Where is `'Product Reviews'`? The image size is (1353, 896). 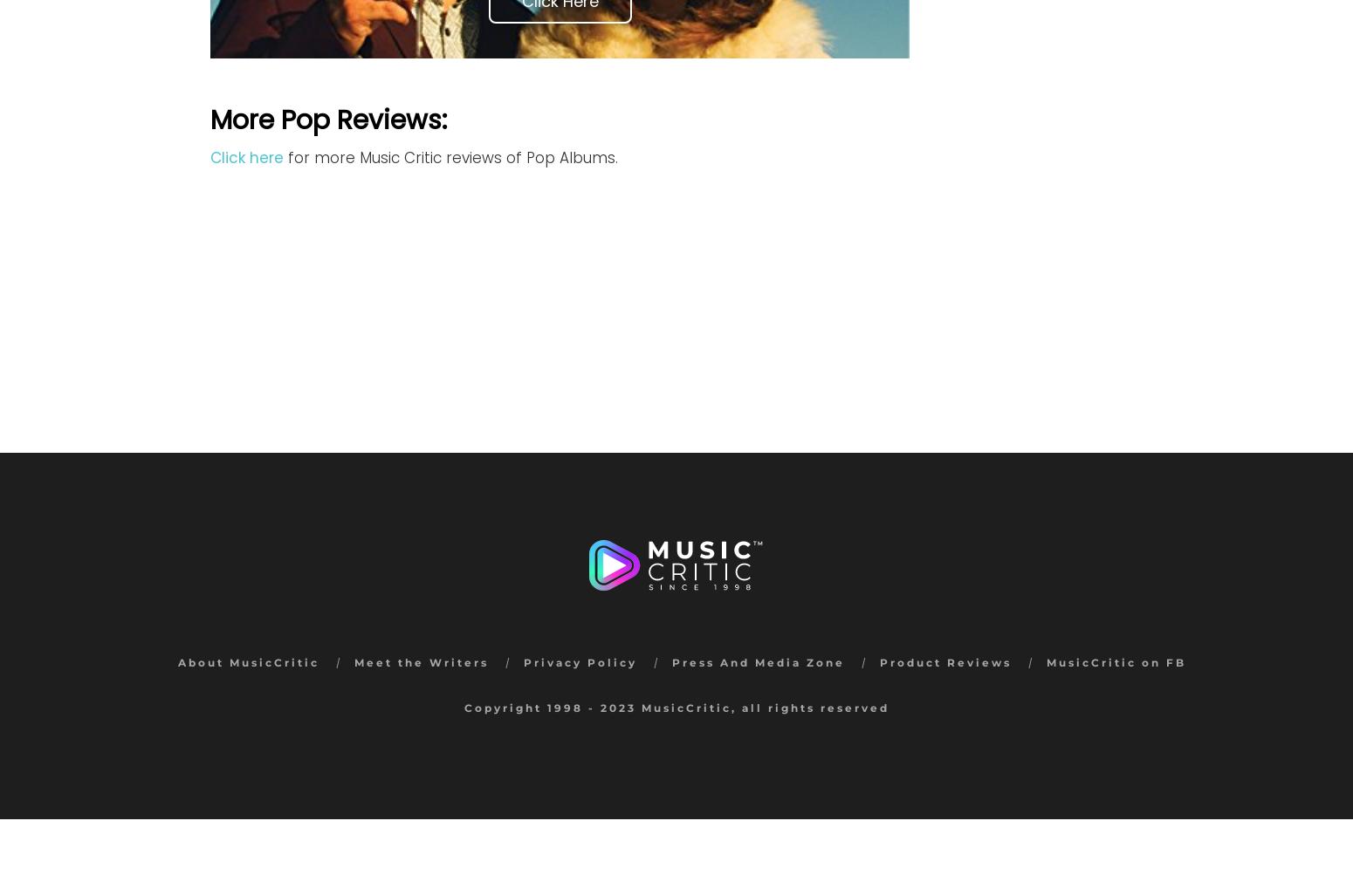 'Product Reviews' is located at coordinates (878, 660).